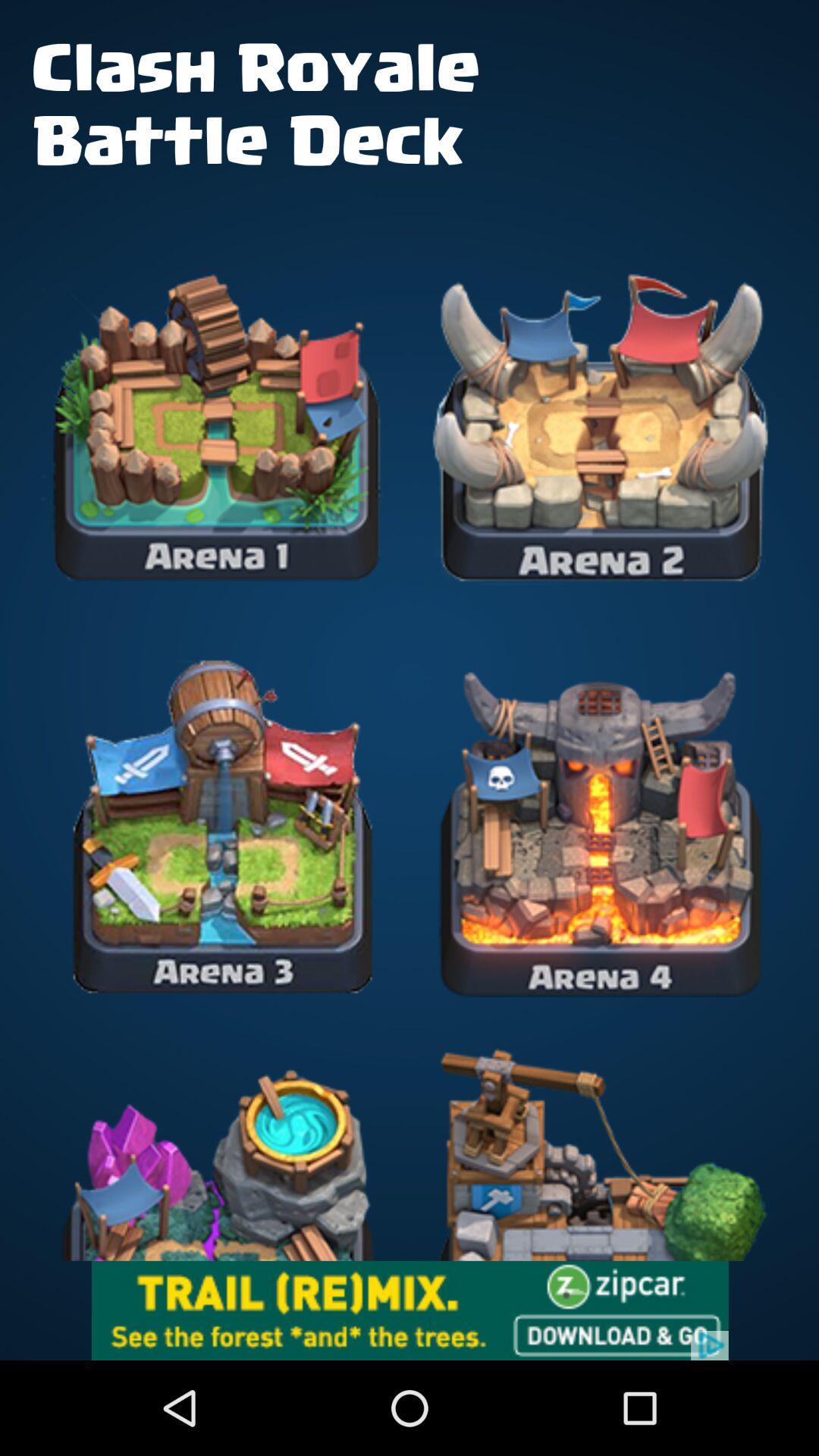 Image resolution: width=819 pixels, height=1456 pixels. Describe the element at coordinates (409, 1310) in the screenshot. I see `zip car advertisement that will redirect you for more info` at that location.